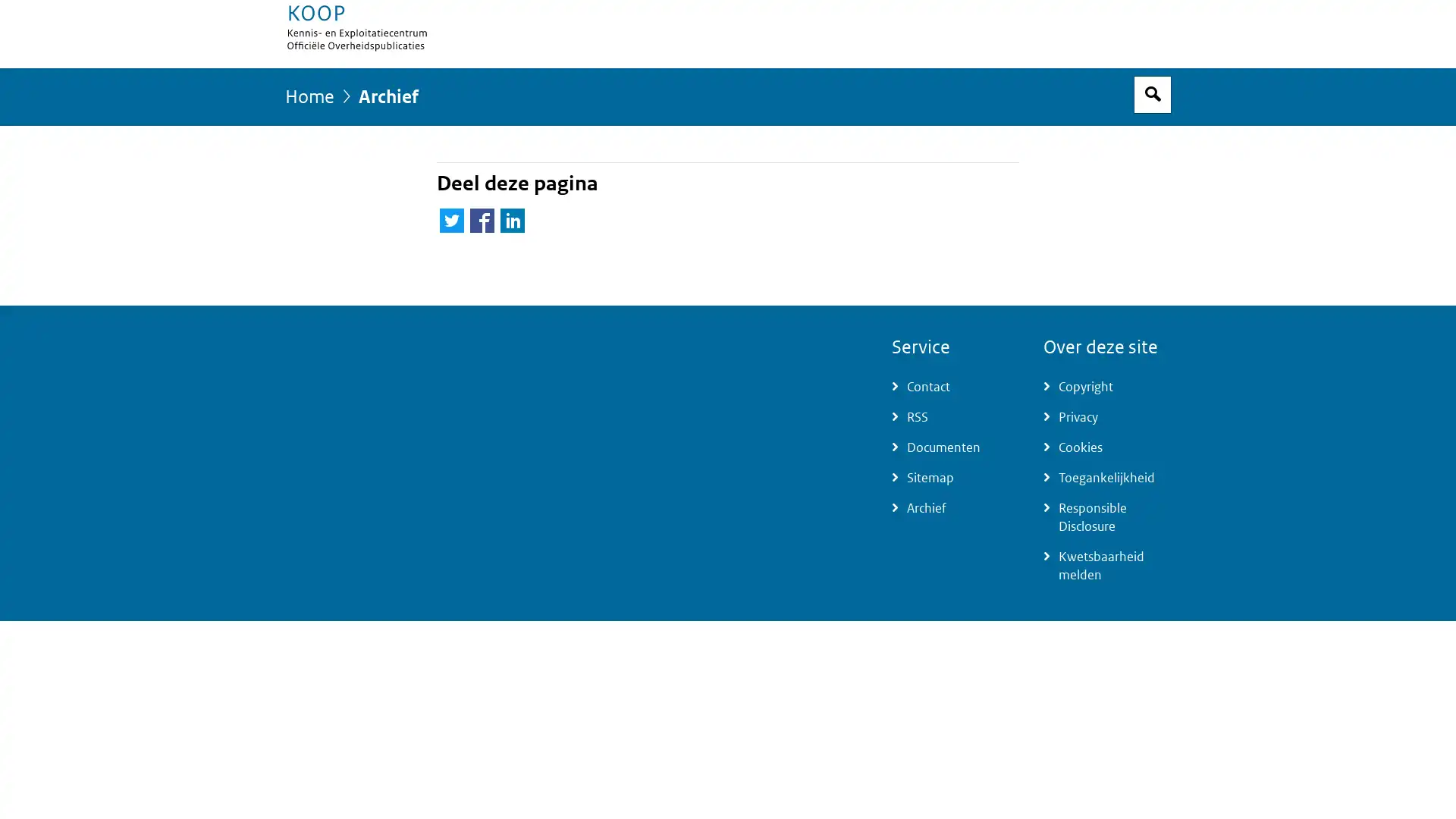 The height and width of the screenshot is (819, 1456). I want to click on Open zoekveld, so click(1153, 94).